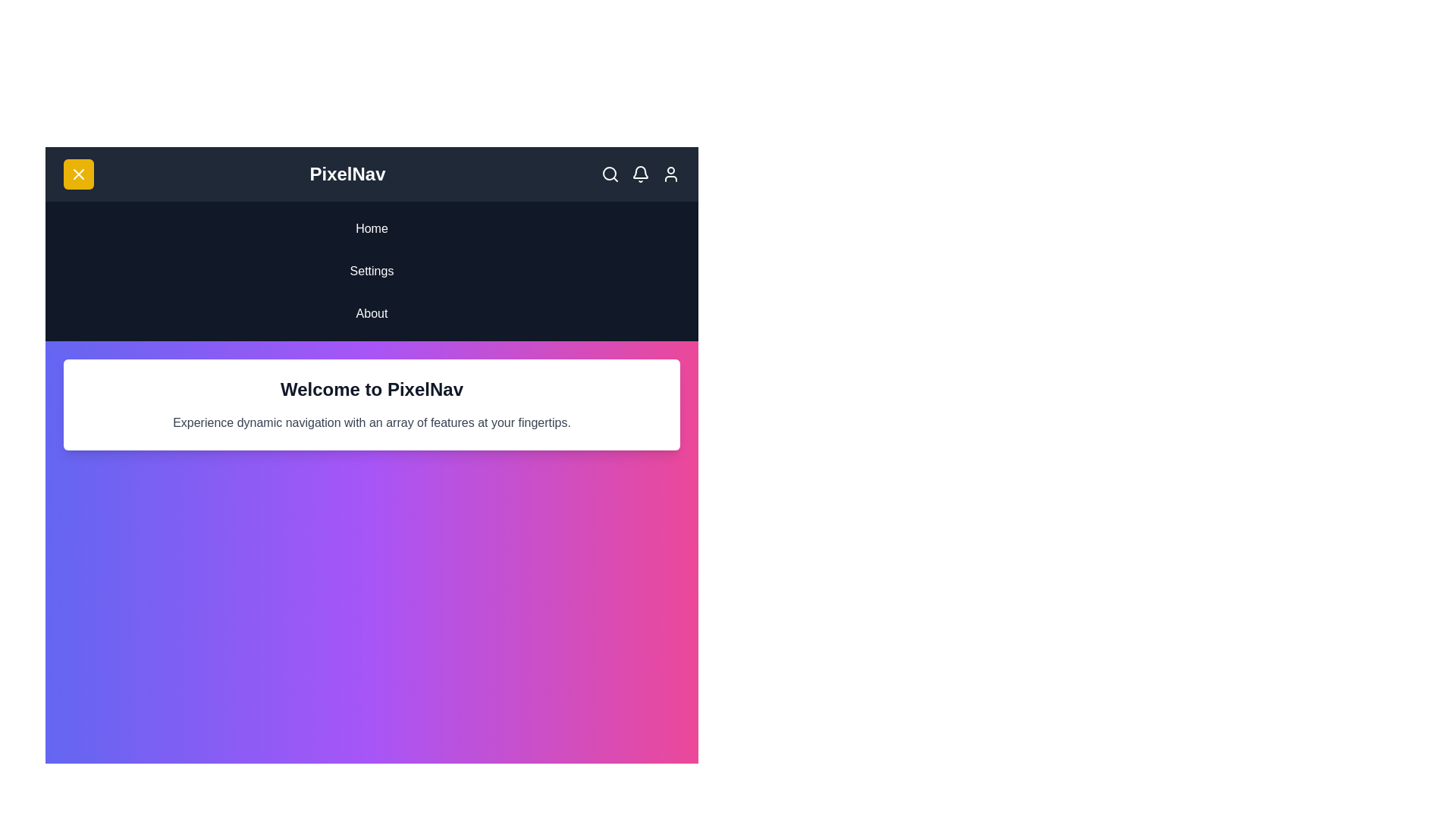  What do you see at coordinates (610, 174) in the screenshot?
I see `the interactive elements: search_icon` at bounding box center [610, 174].